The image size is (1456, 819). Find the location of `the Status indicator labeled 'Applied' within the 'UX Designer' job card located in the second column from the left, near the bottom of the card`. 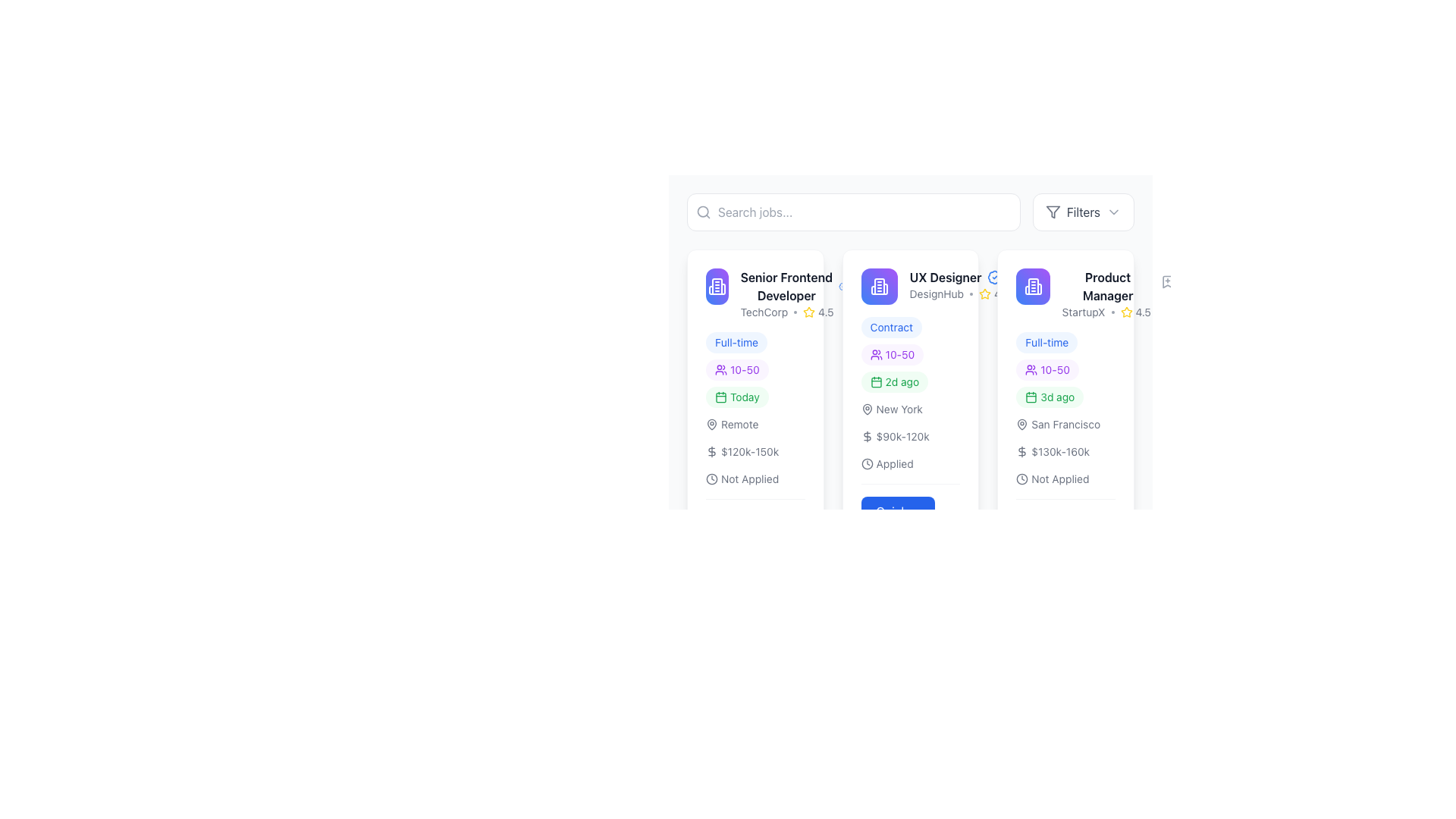

the Status indicator labeled 'Applied' within the 'UX Designer' job card located in the second column from the left, near the bottom of the card is located at coordinates (887, 463).